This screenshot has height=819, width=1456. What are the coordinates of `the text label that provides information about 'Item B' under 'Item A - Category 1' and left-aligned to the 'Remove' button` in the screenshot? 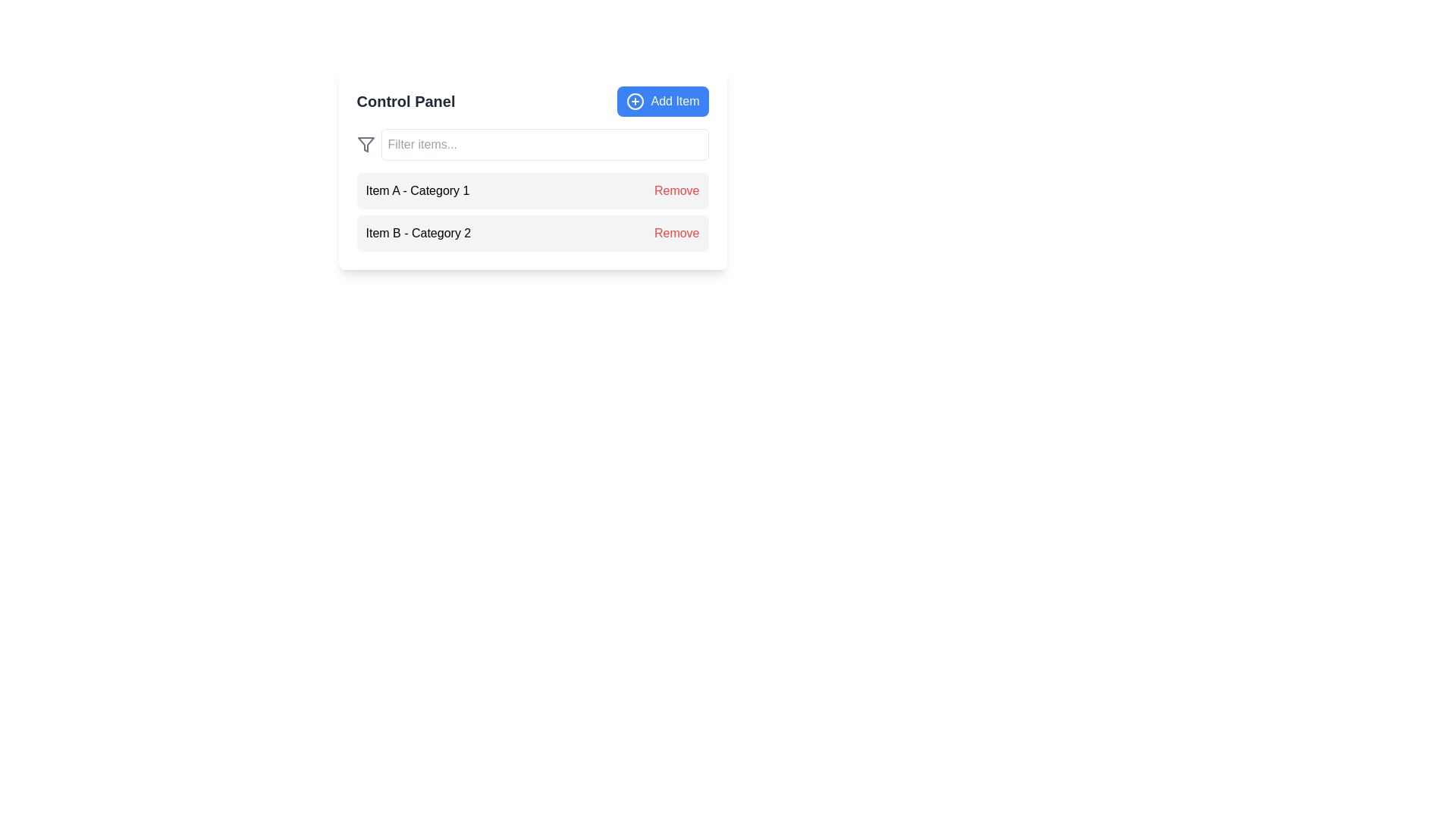 It's located at (418, 234).